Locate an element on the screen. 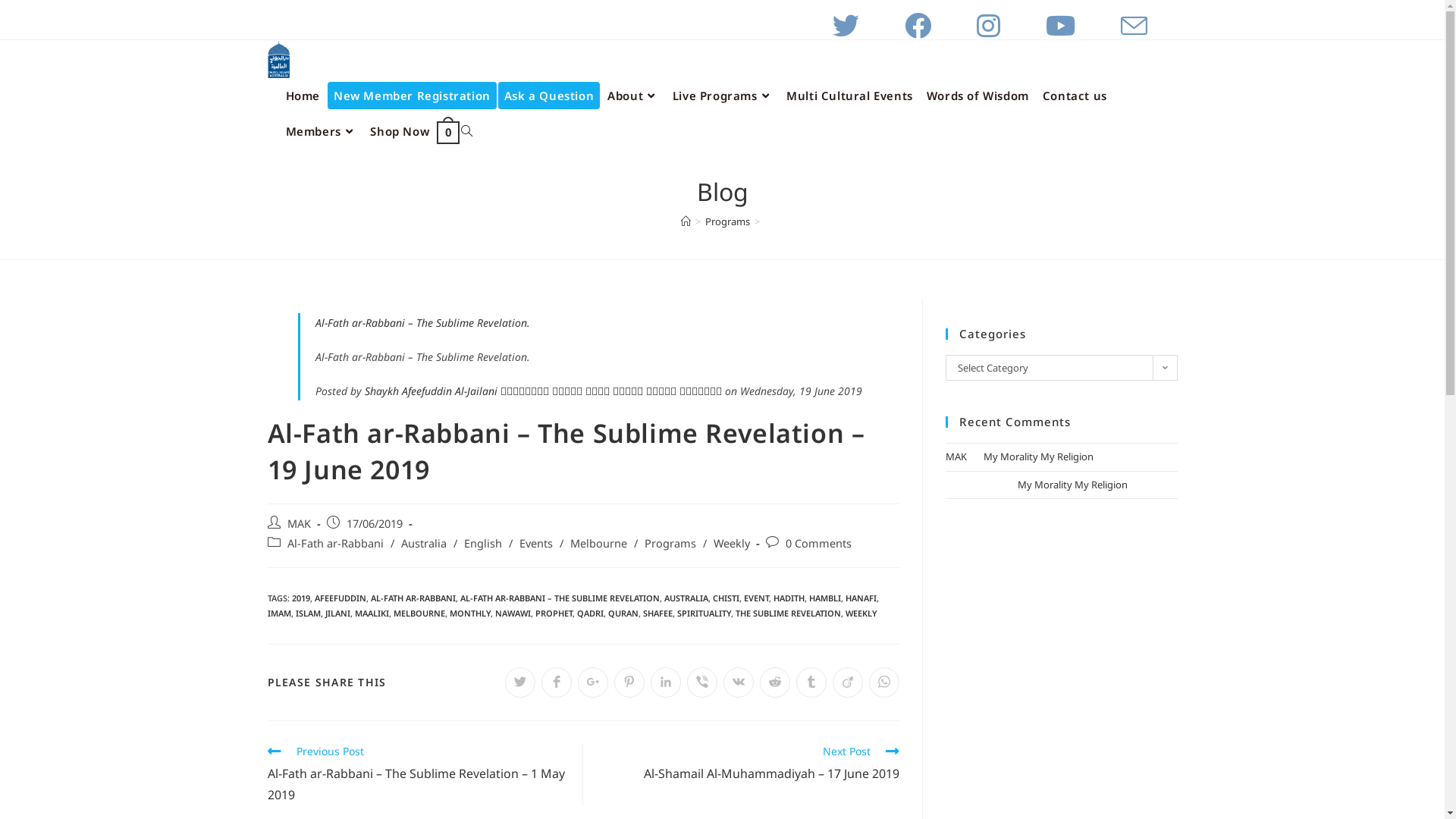  'QURAN' is located at coordinates (623, 612).